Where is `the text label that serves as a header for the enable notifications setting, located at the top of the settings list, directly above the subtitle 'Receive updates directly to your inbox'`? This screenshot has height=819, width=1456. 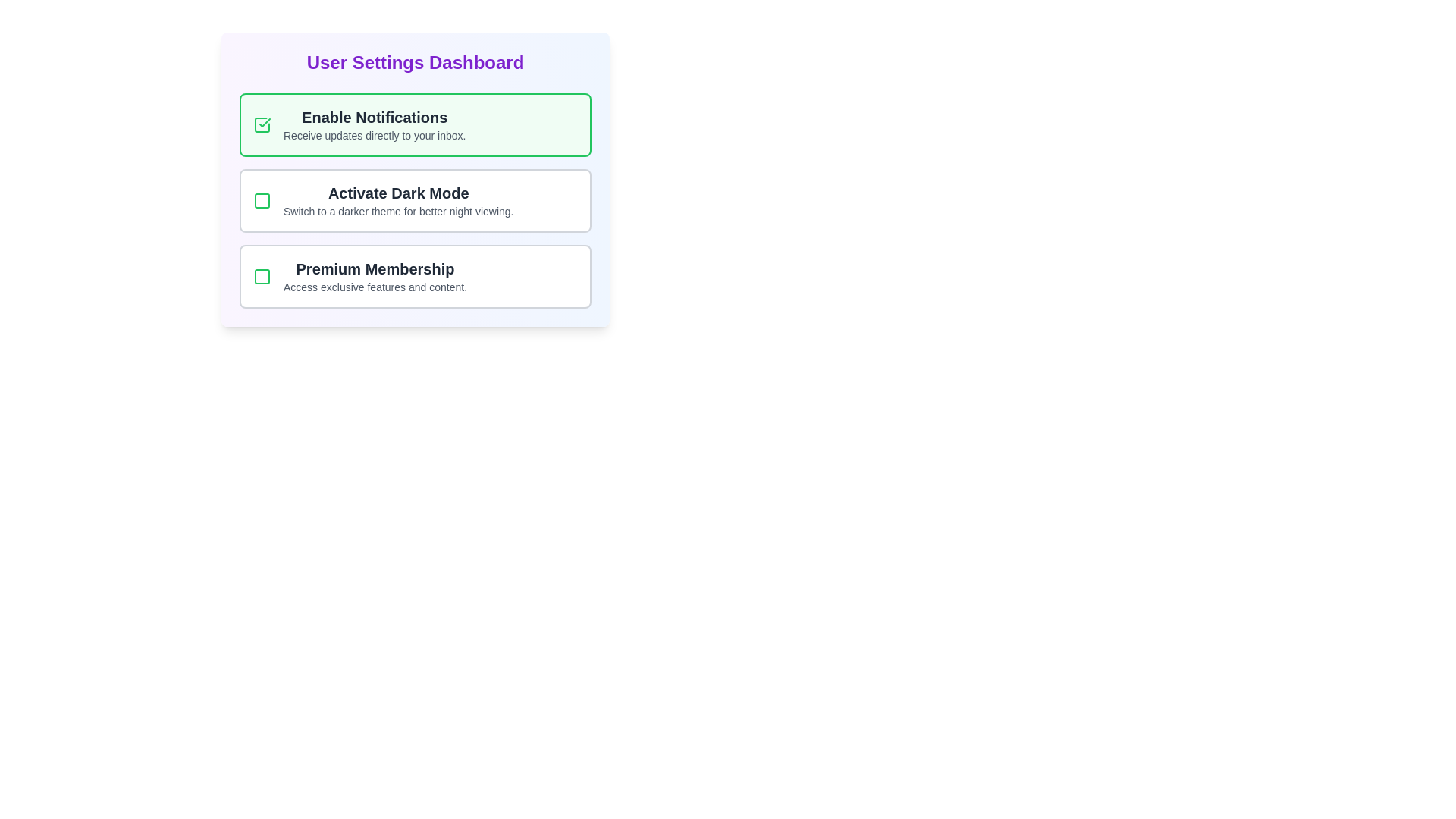 the text label that serves as a header for the enable notifications setting, located at the top of the settings list, directly above the subtitle 'Receive updates directly to your inbox' is located at coordinates (375, 116).